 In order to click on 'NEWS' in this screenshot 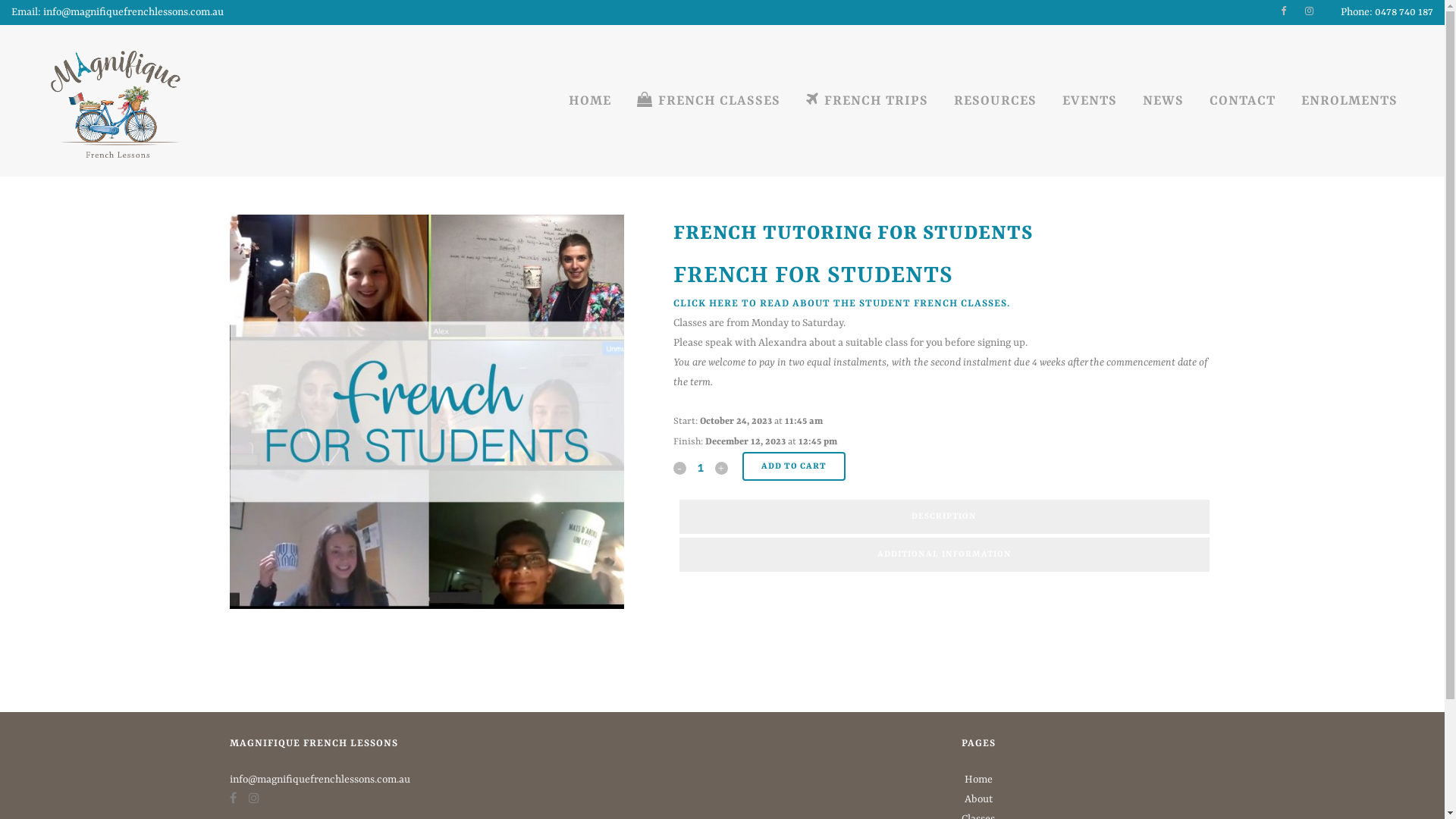, I will do `click(1129, 100)`.